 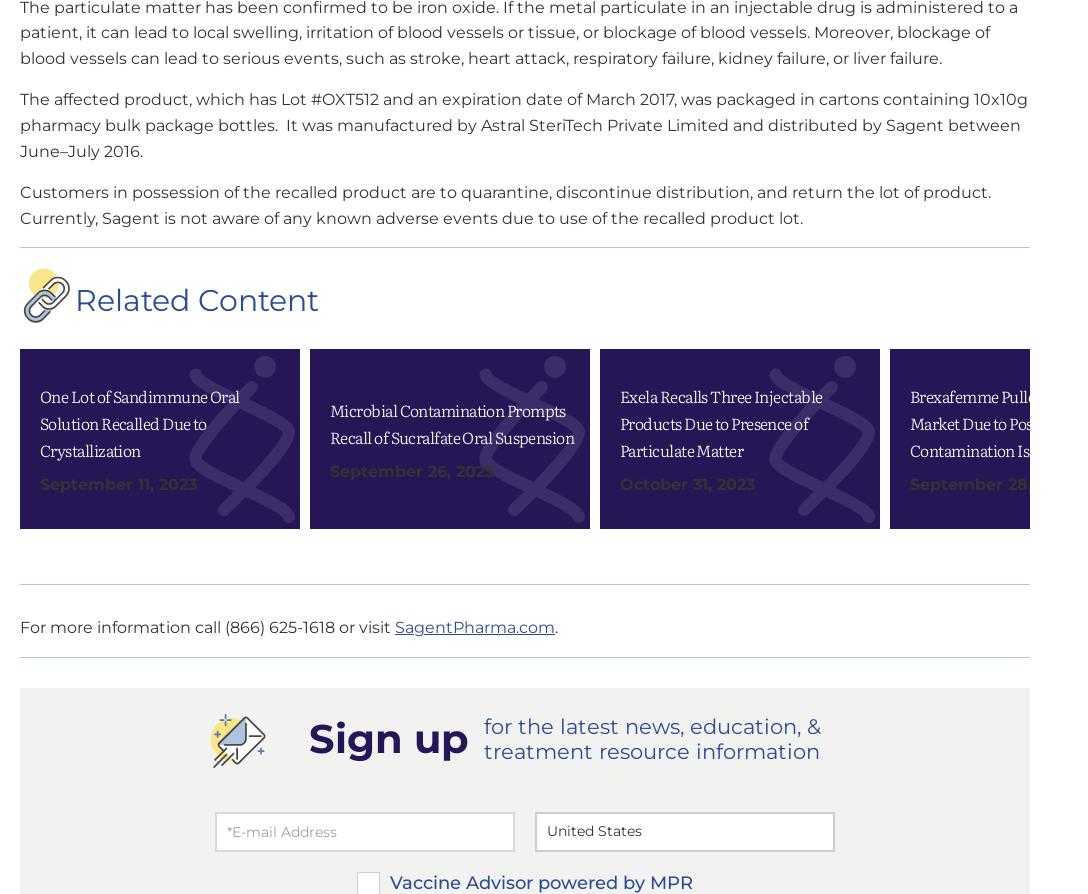 What do you see at coordinates (800, 130) in the screenshot?
I see `'Endocrinology Advisor'` at bounding box center [800, 130].